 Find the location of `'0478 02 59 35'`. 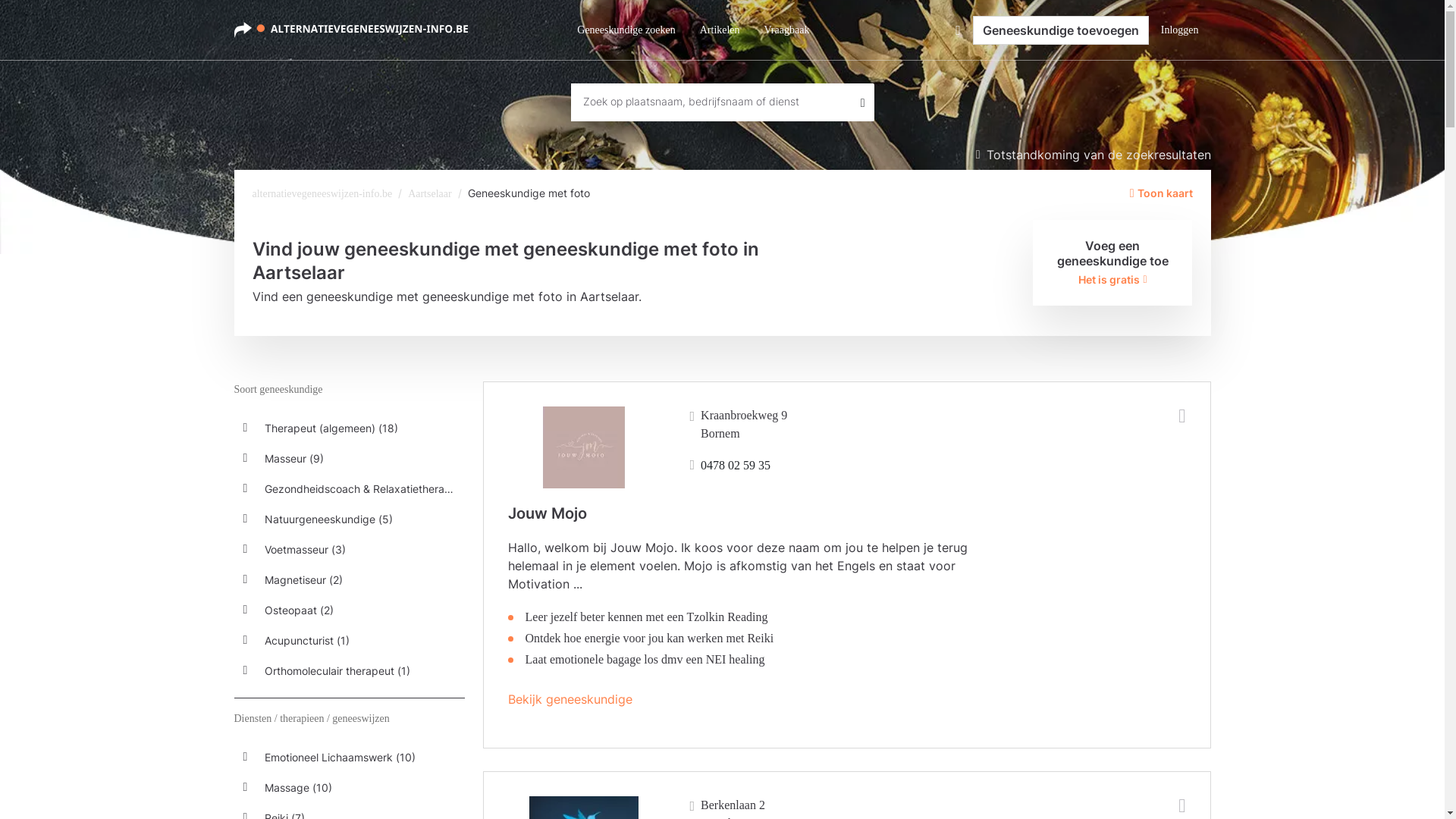

'0478 02 59 35' is located at coordinates (730, 464).